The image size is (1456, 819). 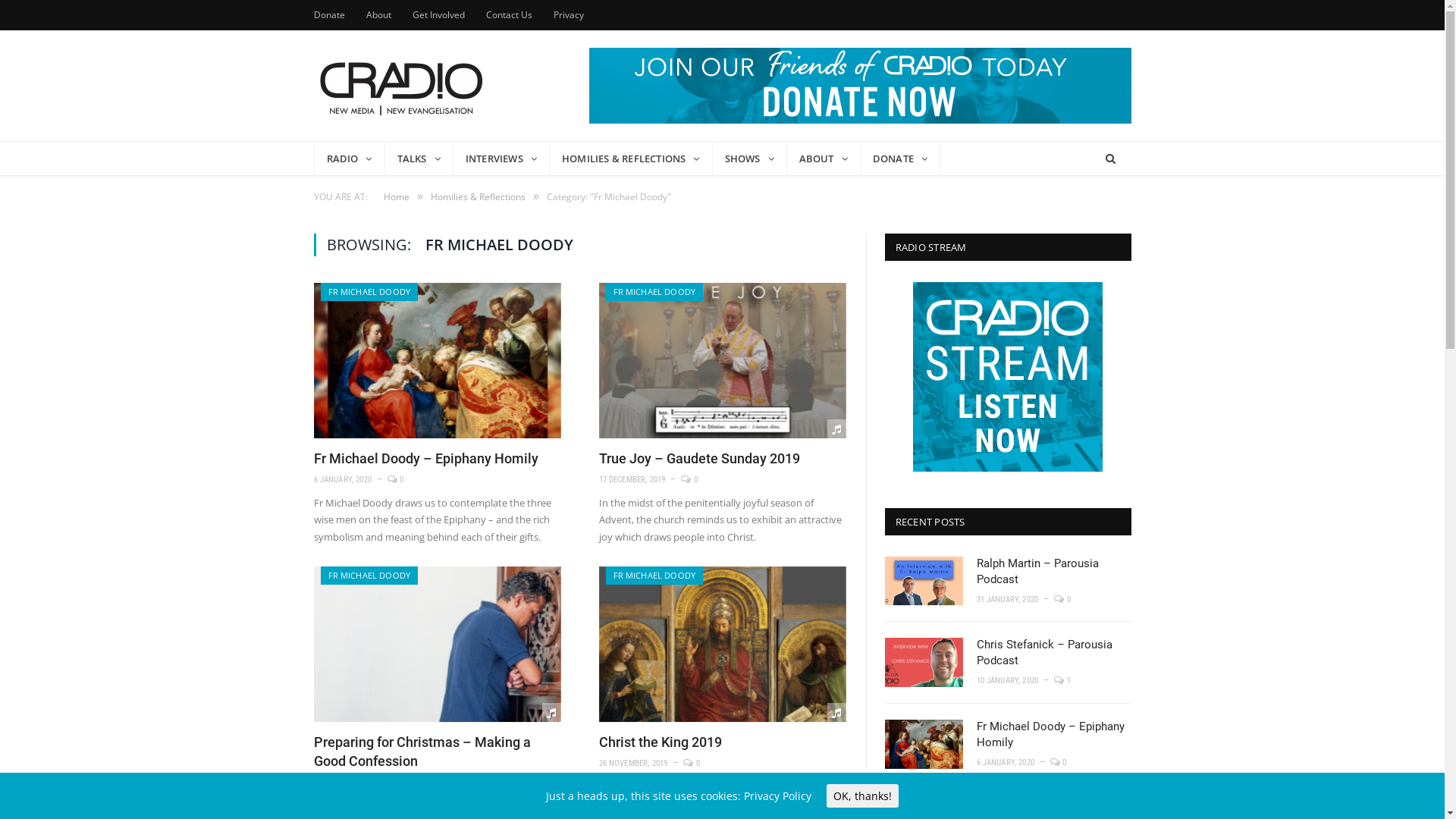 I want to click on 'HOMILIES & REFLECTIONS', so click(x=631, y=158).